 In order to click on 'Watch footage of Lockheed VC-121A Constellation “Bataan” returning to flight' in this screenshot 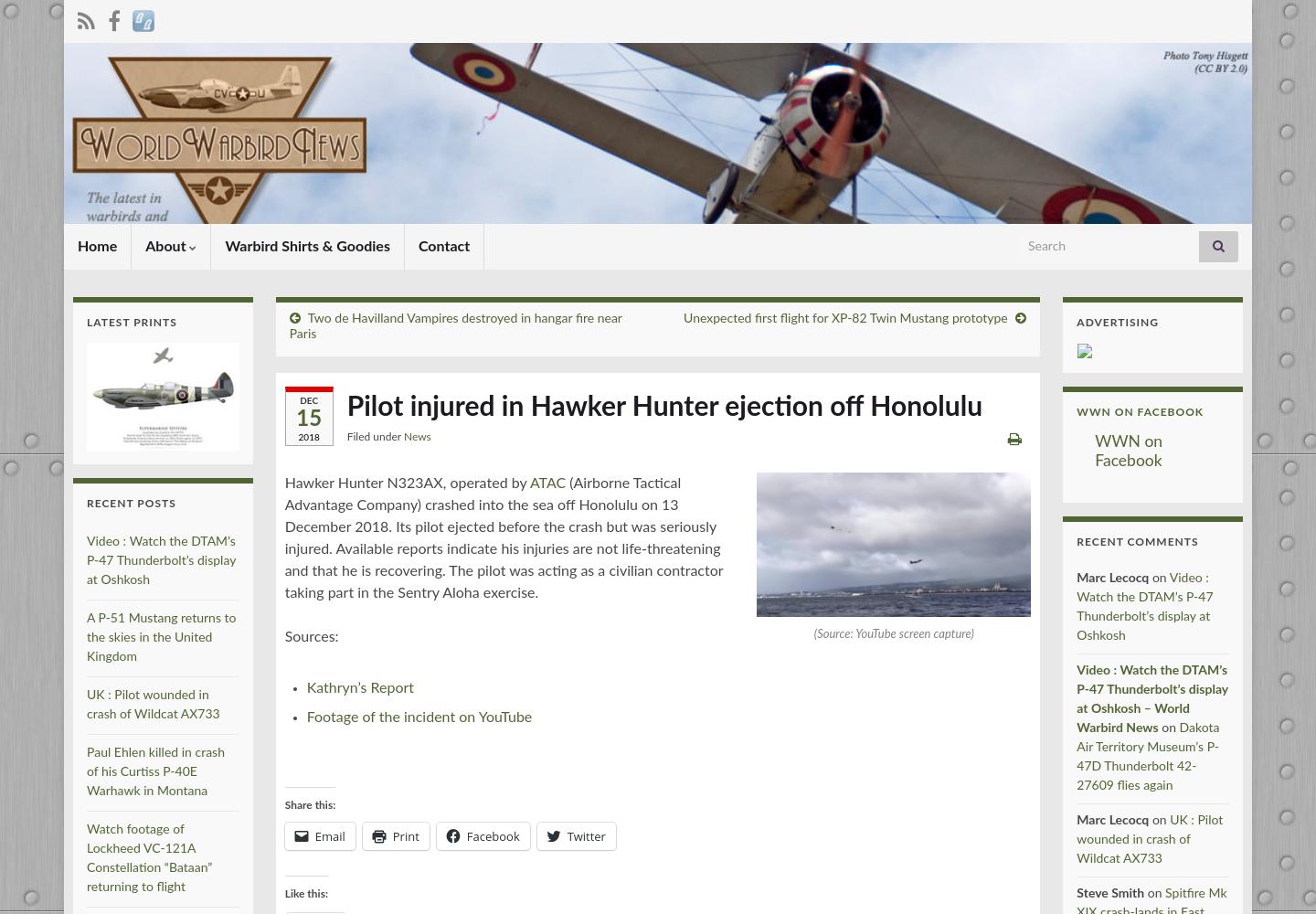, I will do `click(148, 857)`.